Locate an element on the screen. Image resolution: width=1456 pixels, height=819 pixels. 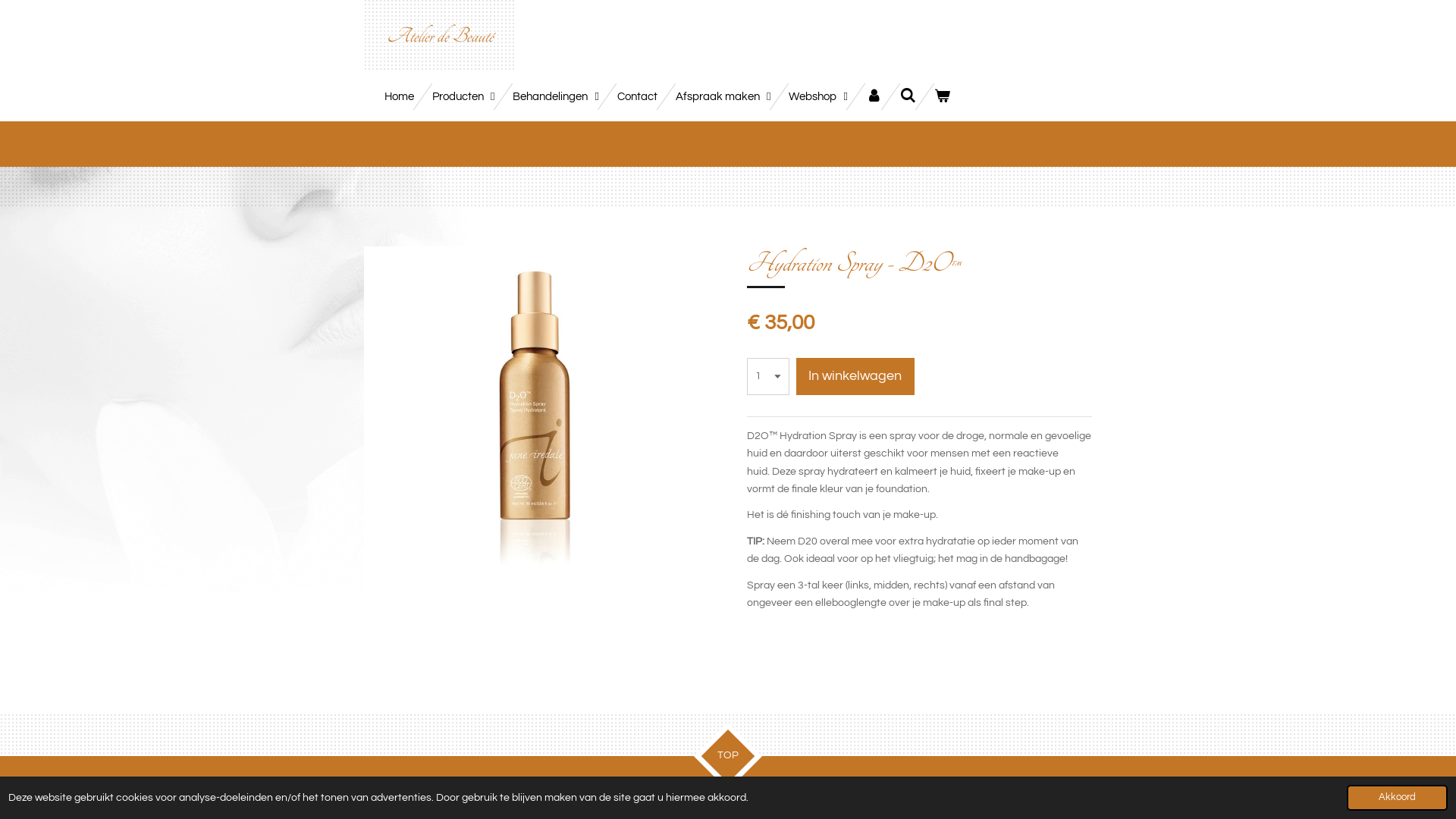
'In winkelwagen' is located at coordinates (855, 375).